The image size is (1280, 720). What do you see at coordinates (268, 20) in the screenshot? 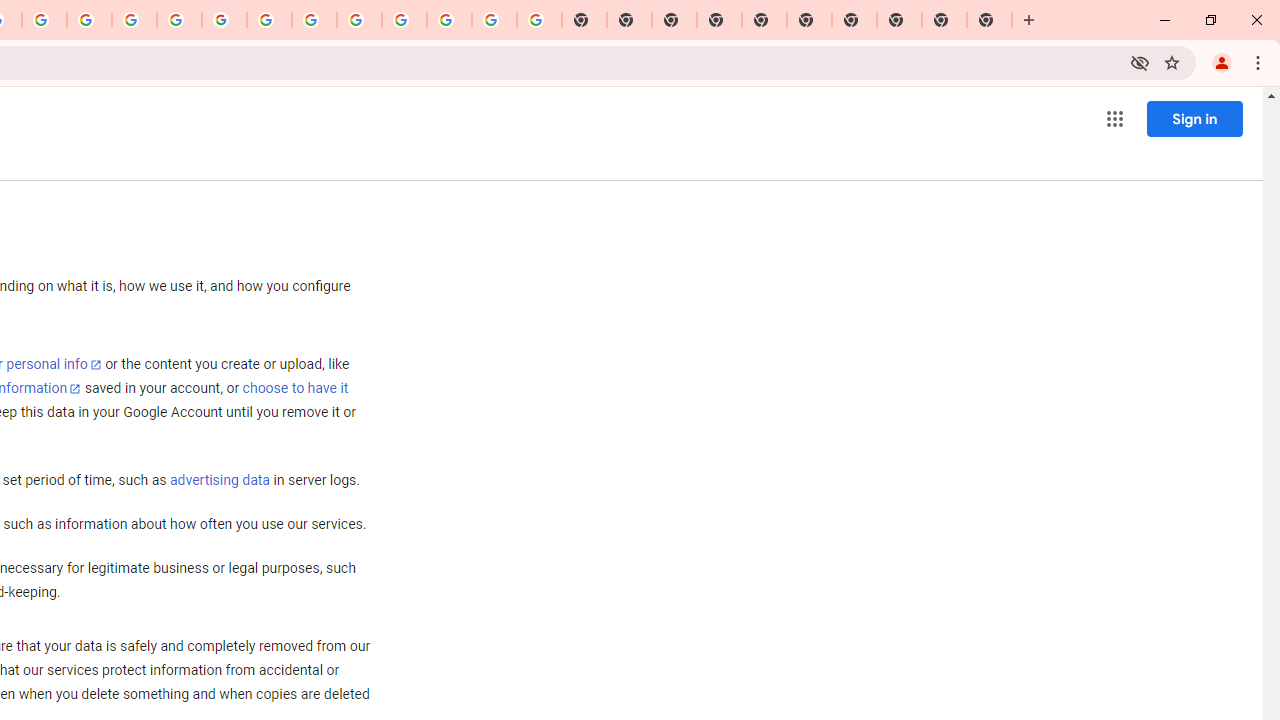
I see `'YouTube'` at bounding box center [268, 20].